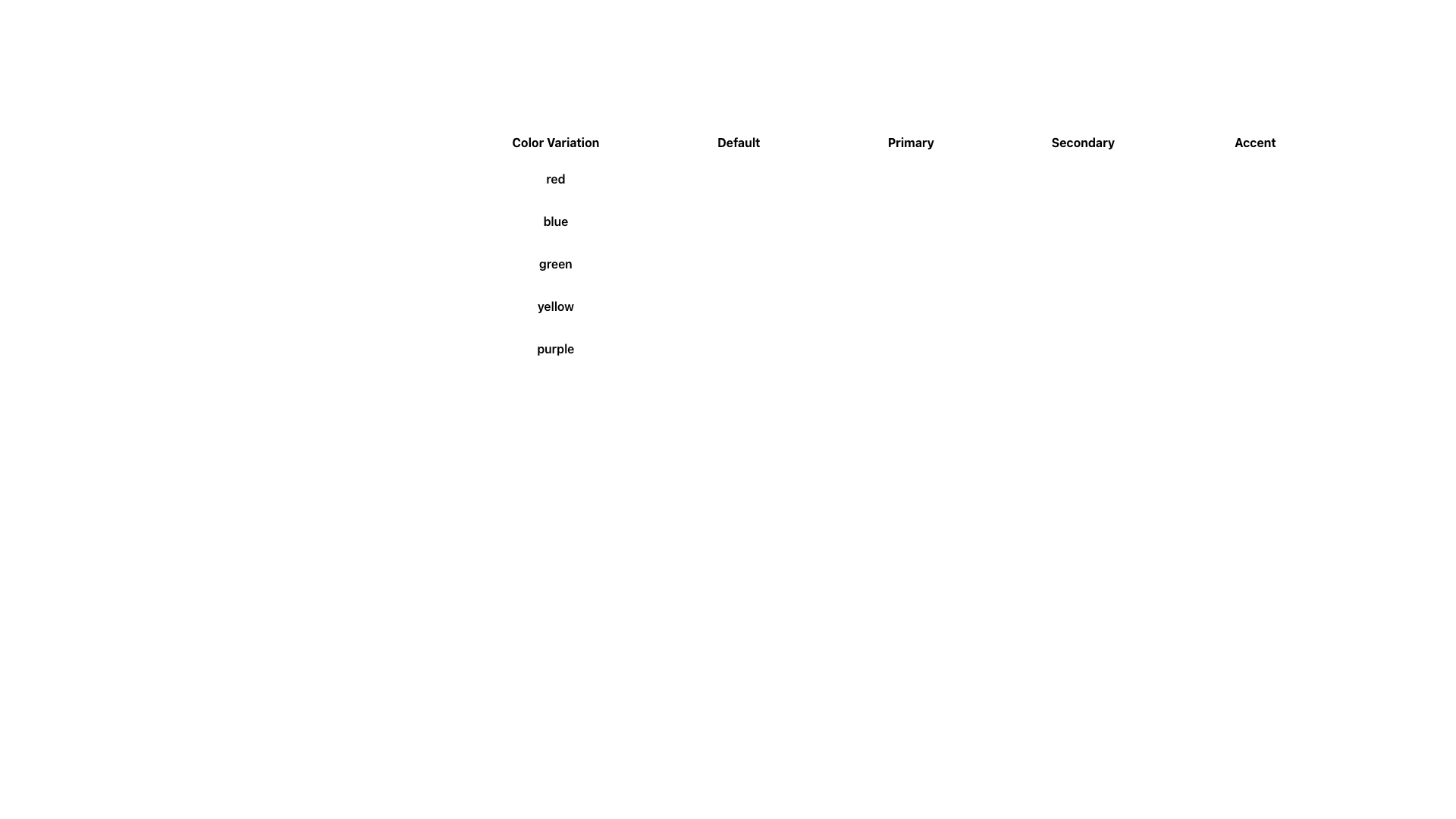 The height and width of the screenshot is (819, 1456). I want to click on the text label that displays the word 'blue' in a medium-sized bold sans-serif font, located in the second row of the 'Color Variation' category, directly below 'red', so click(739, 221).